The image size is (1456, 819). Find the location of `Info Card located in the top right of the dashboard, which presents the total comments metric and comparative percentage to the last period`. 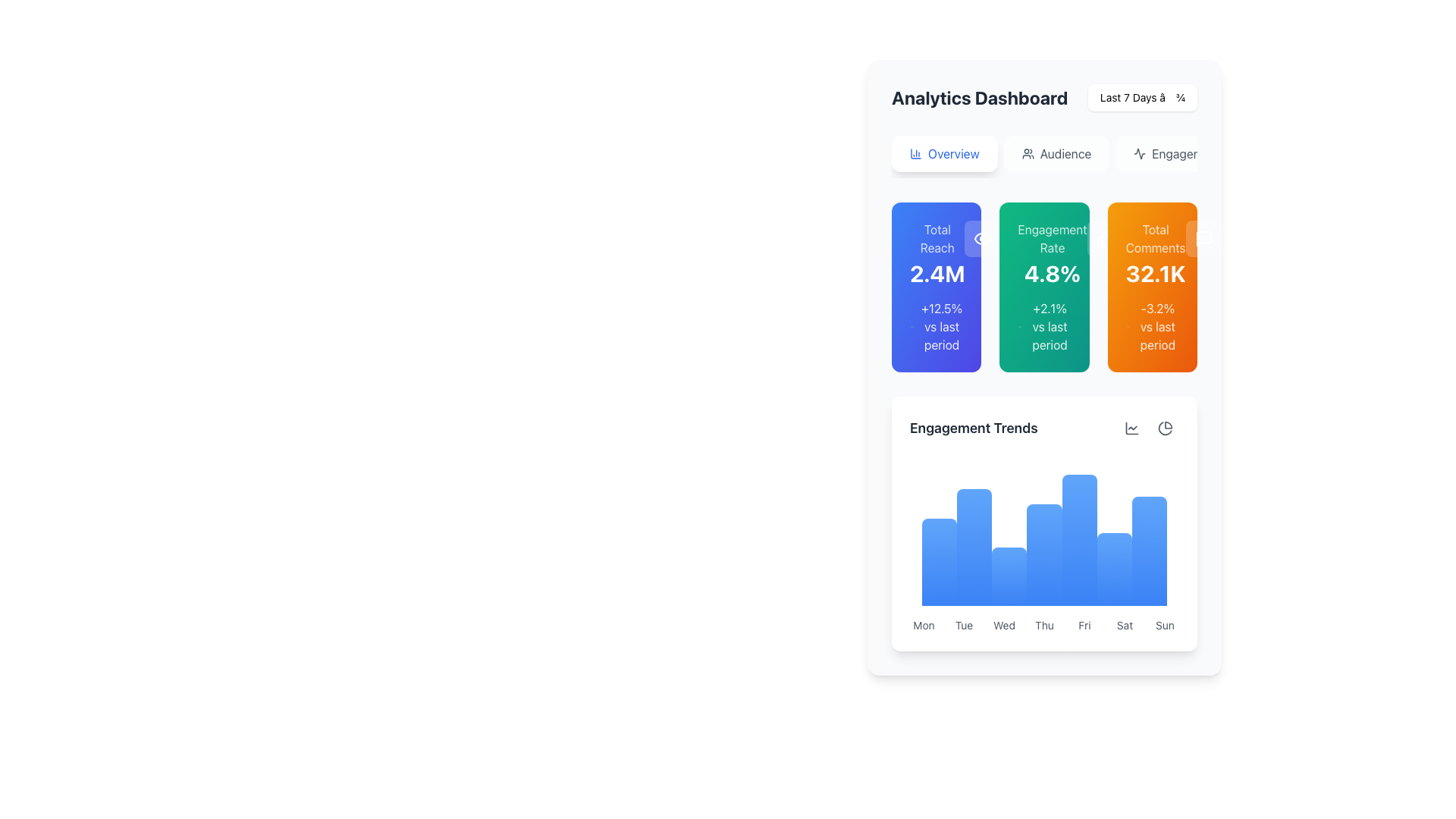

Info Card located in the top right of the dashboard, which presents the total comments metric and comparative percentage to the last period is located at coordinates (1152, 287).